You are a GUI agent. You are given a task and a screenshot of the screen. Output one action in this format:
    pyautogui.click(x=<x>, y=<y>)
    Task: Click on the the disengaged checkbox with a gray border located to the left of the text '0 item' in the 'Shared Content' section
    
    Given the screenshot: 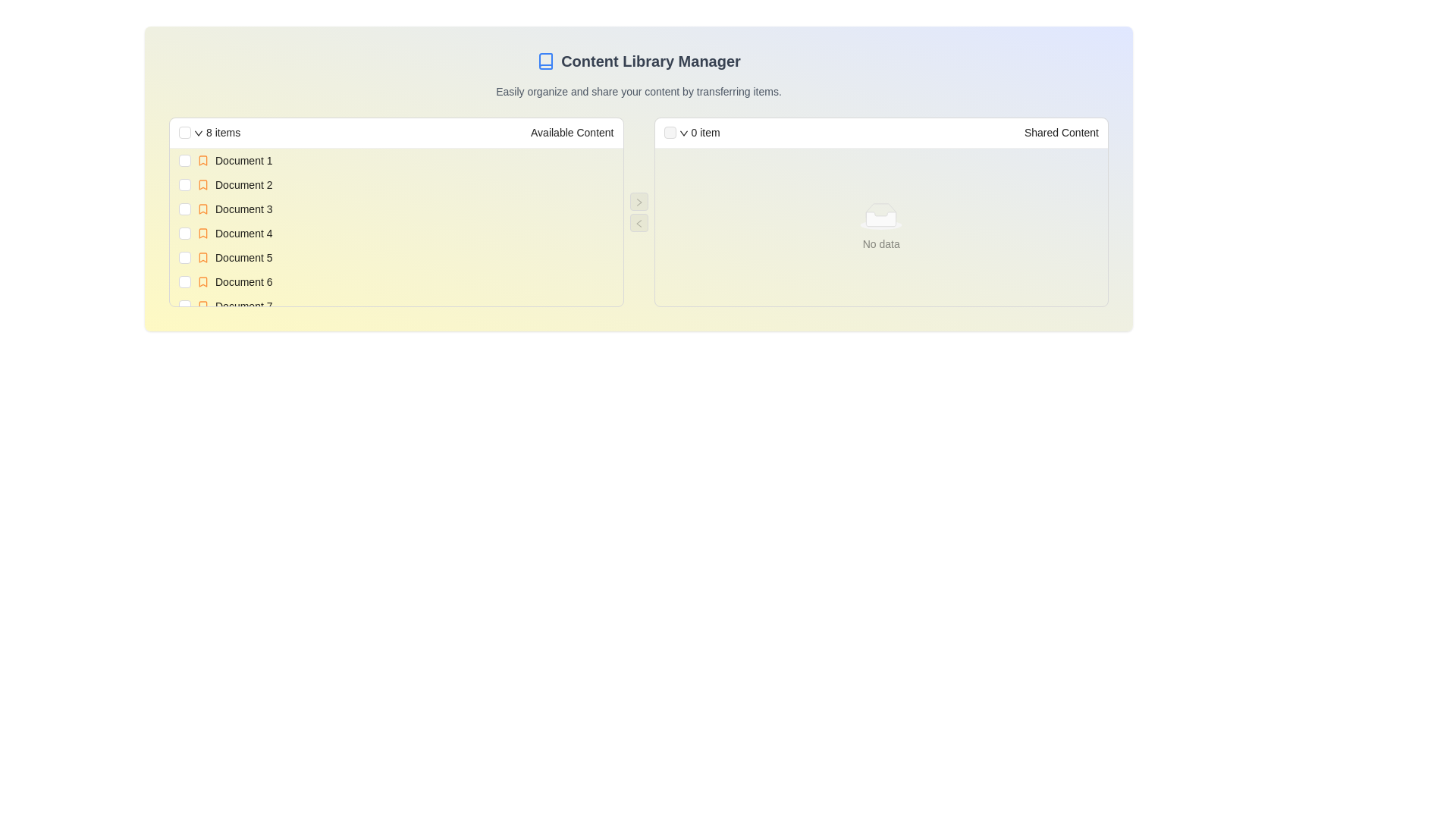 What is the action you would take?
    pyautogui.click(x=669, y=131)
    